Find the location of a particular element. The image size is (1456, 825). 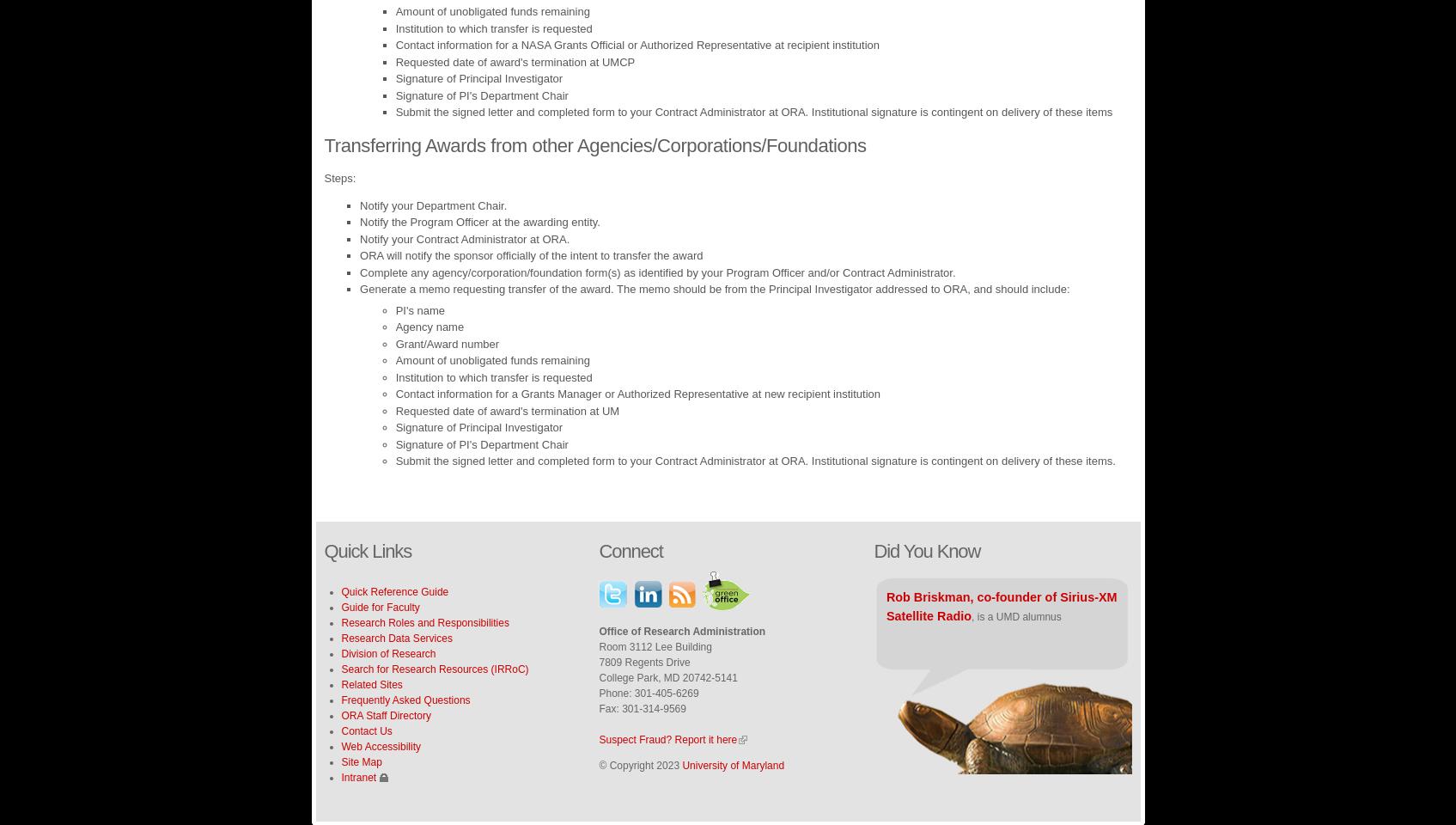

'Frequently Asked Questions' is located at coordinates (405, 699).